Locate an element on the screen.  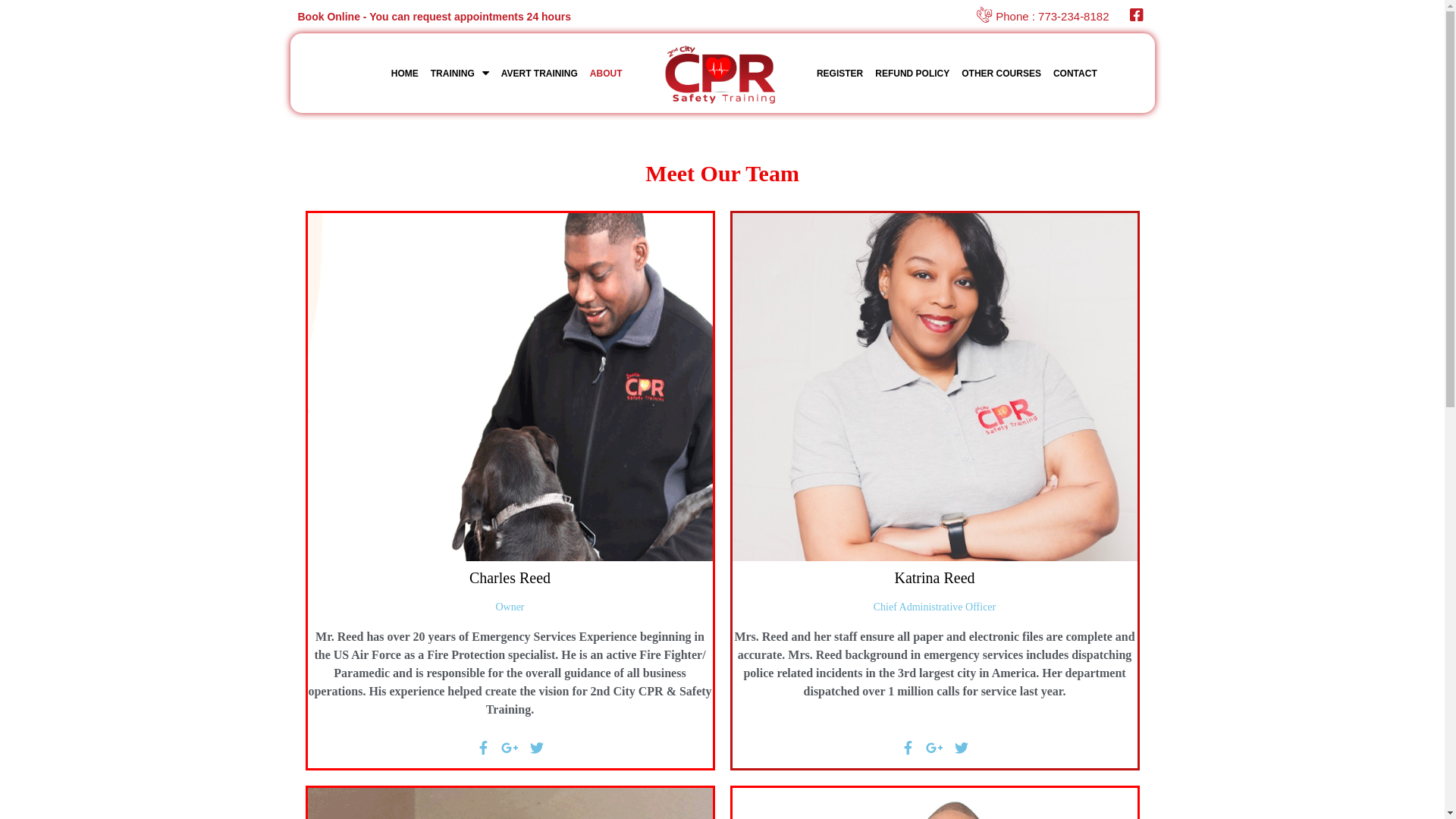
'AVERT TRAINING' is located at coordinates (539, 73).